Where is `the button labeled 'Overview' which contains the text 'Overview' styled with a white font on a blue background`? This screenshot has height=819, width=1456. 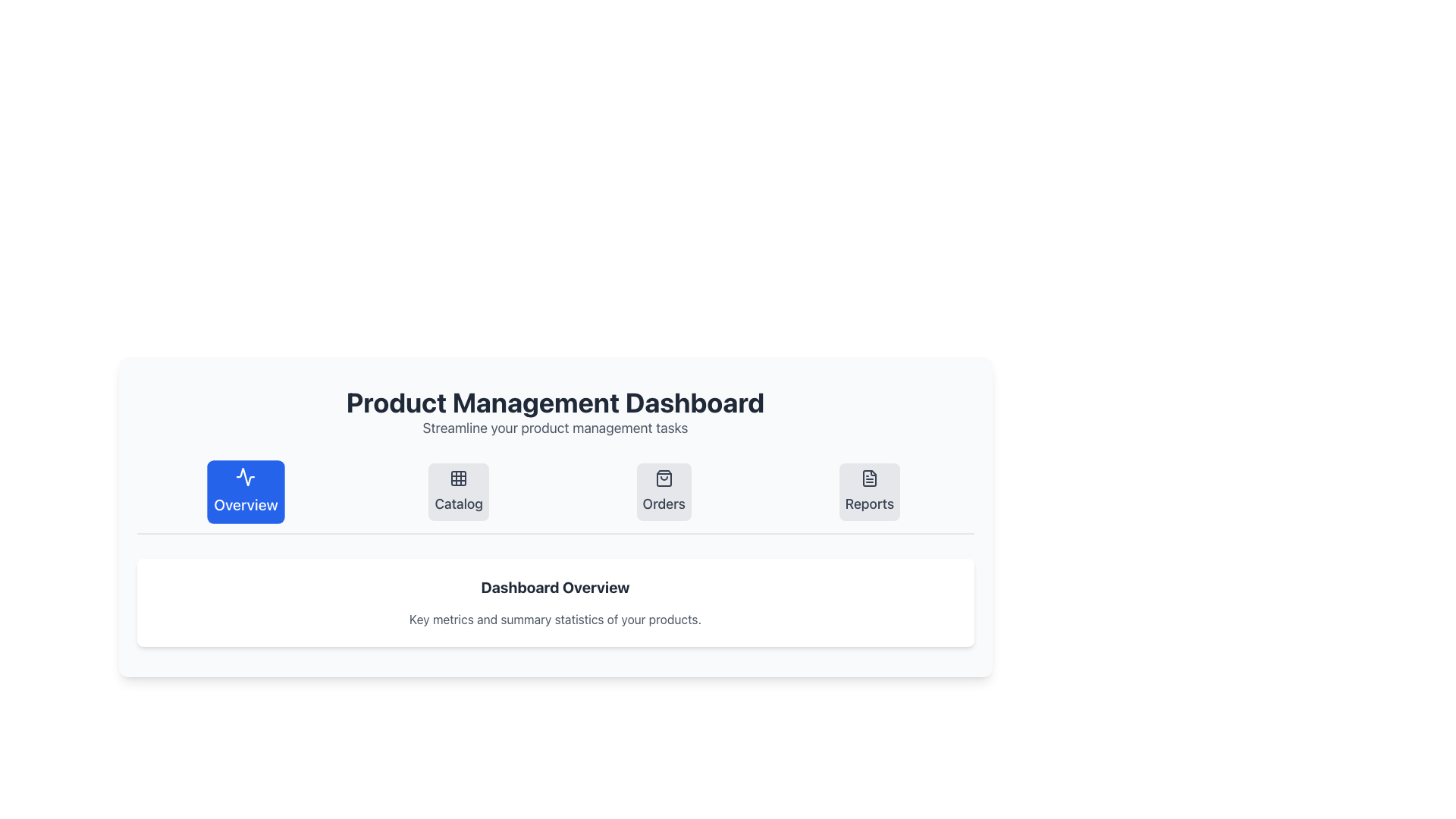
the button labeled 'Overview' which contains the text 'Overview' styled with a white font on a blue background is located at coordinates (246, 505).